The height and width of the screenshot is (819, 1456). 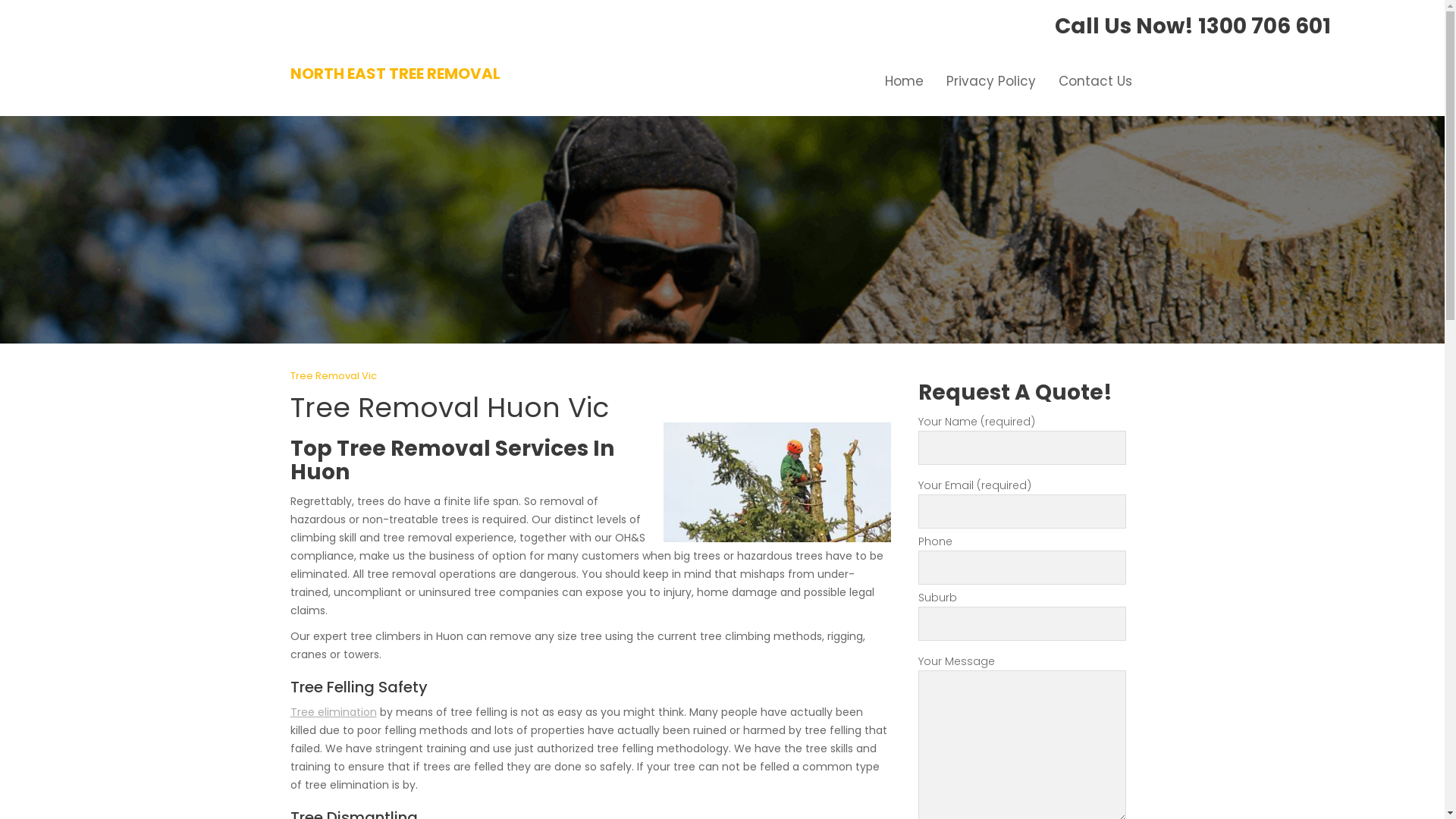 What do you see at coordinates (331, 375) in the screenshot?
I see `'Tree Removal Vic'` at bounding box center [331, 375].